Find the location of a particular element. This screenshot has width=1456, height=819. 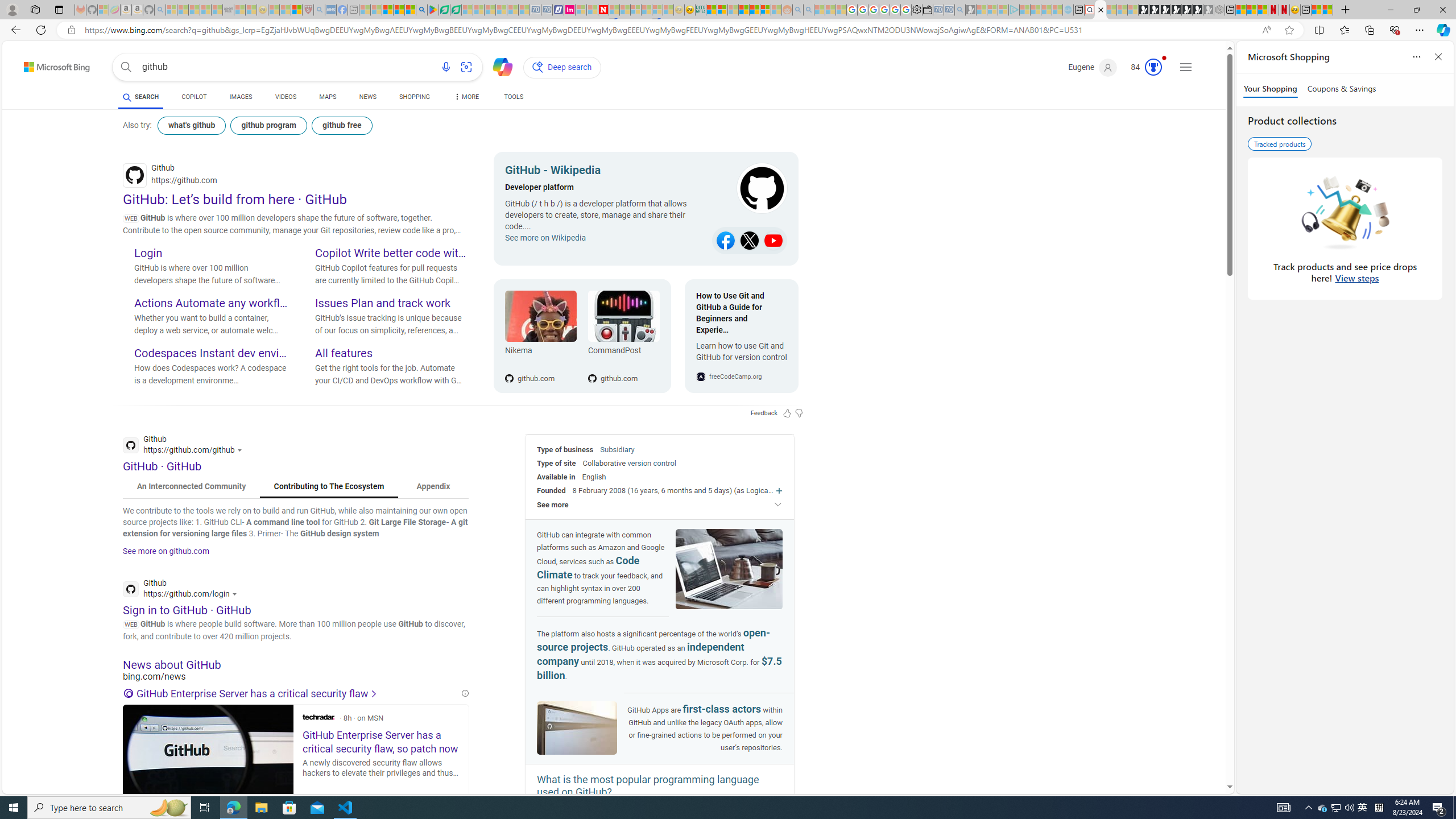

'SEARCH' is located at coordinates (140, 96).